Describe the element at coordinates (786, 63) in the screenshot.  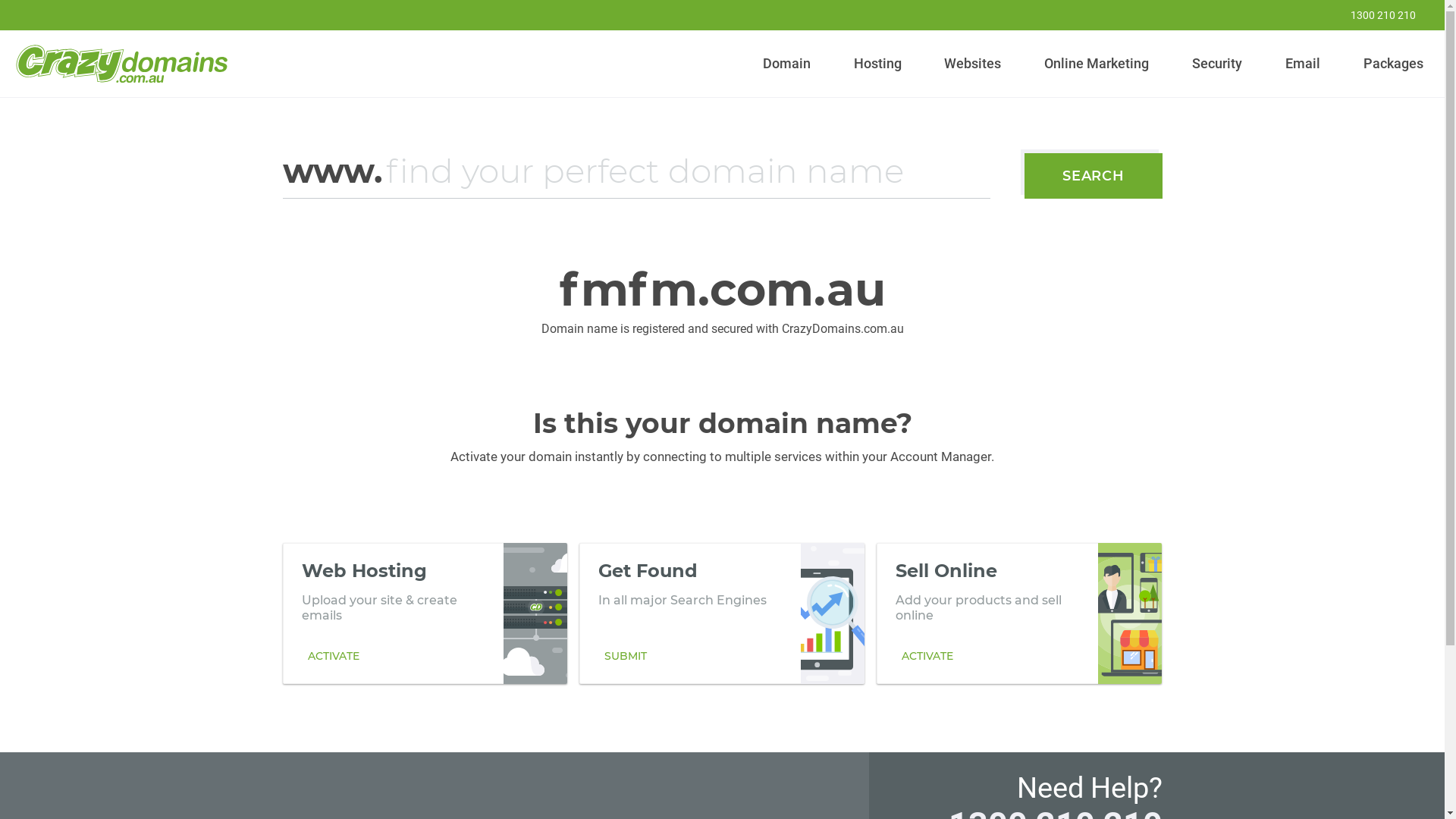
I see `'Domain'` at that location.